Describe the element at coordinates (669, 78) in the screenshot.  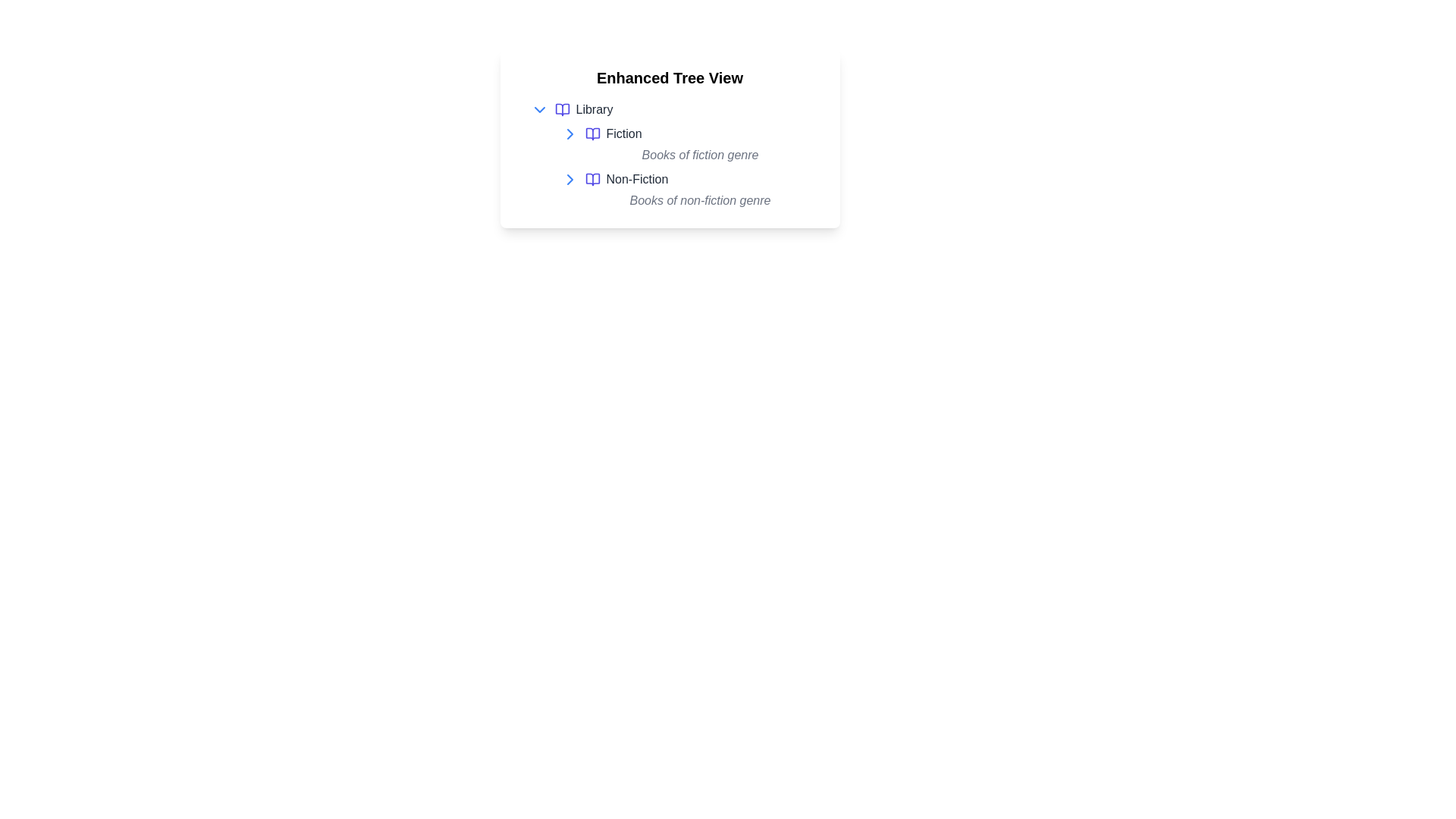
I see `the header text element indicating 'Enhanced Tree View' for reading` at that location.